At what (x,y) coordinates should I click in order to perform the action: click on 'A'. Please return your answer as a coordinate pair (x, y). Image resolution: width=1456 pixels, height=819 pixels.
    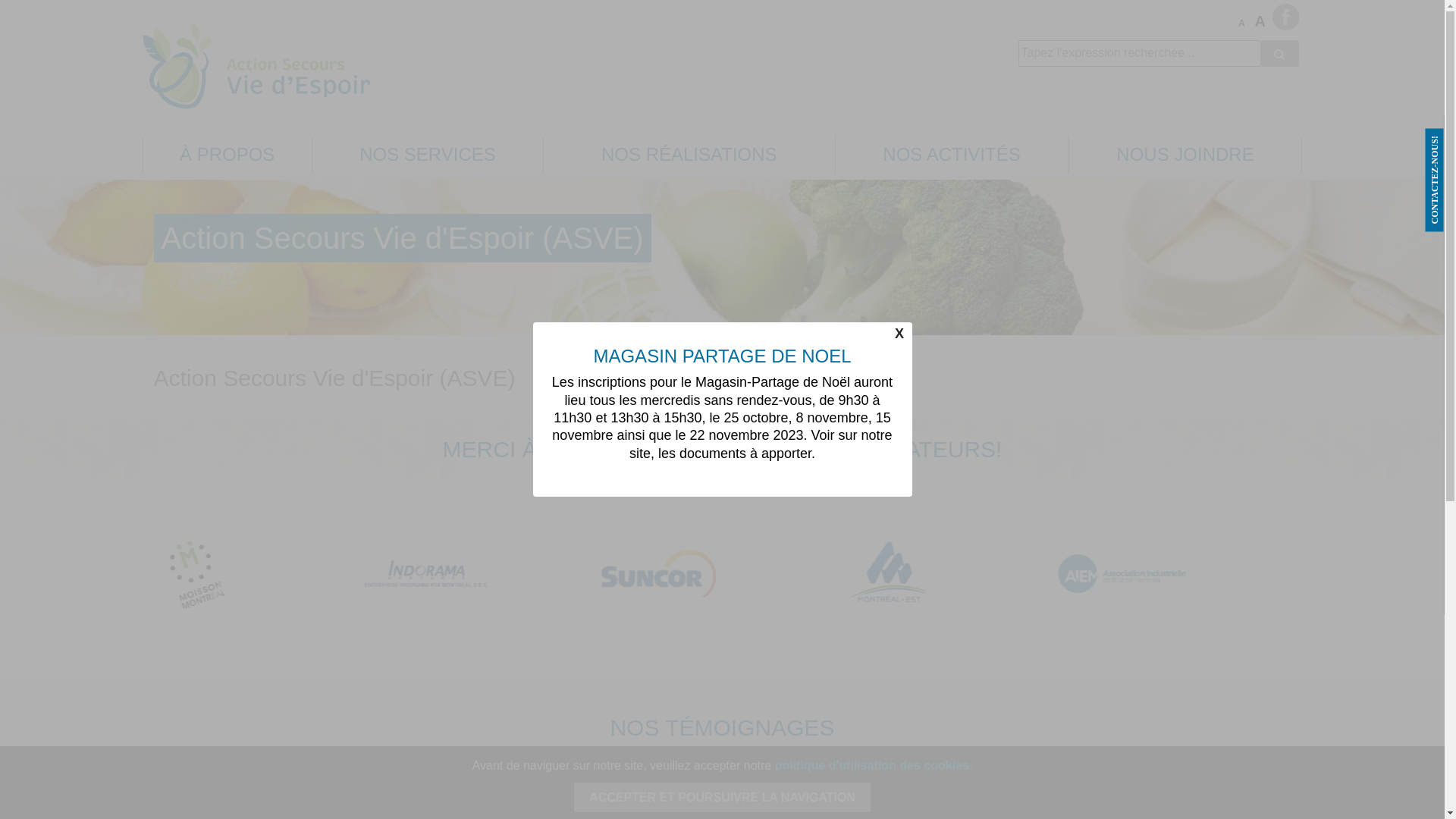
    Looking at the image, I should click on (1260, 21).